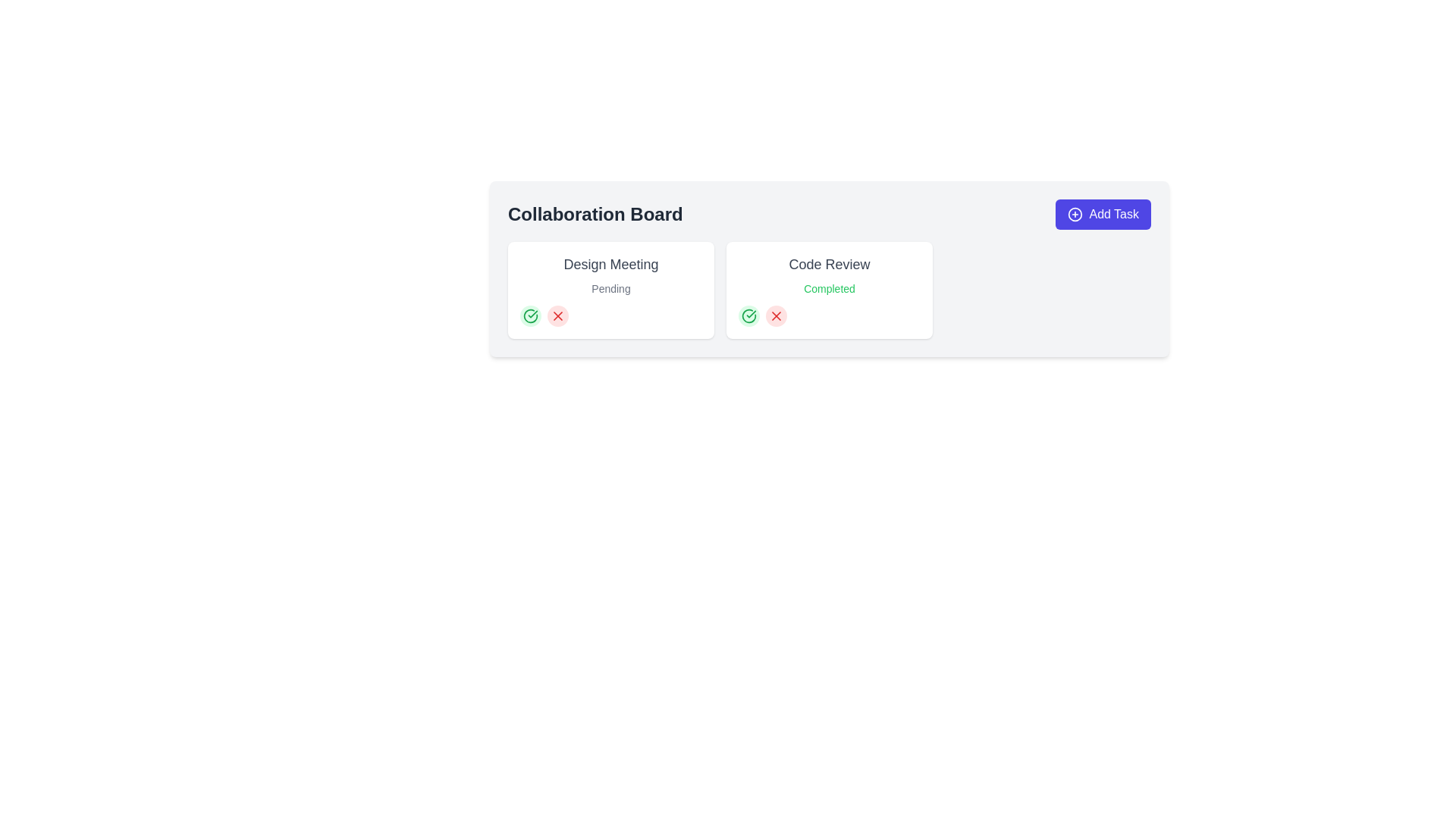 The width and height of the screenshot is (1456, 819). What do you see at coordinates (1103, 214) in the screenshot?
I see `the 'Add New Task' button located in the upper right section of the 'Collaboration Board', positioned next to task information` at bounding box center [1103, 214].